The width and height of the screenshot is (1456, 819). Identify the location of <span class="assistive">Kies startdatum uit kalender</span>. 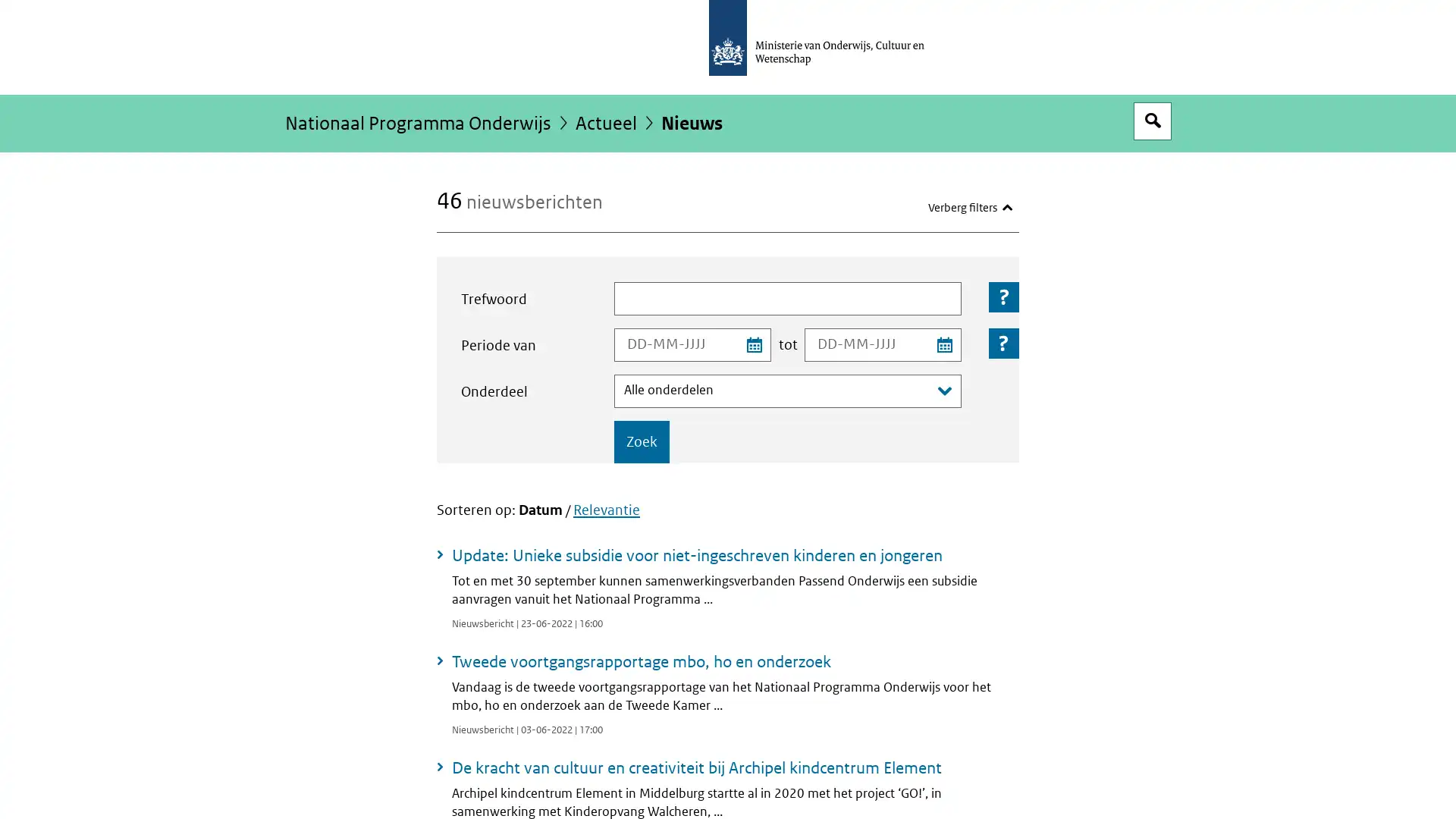
(754, 344).